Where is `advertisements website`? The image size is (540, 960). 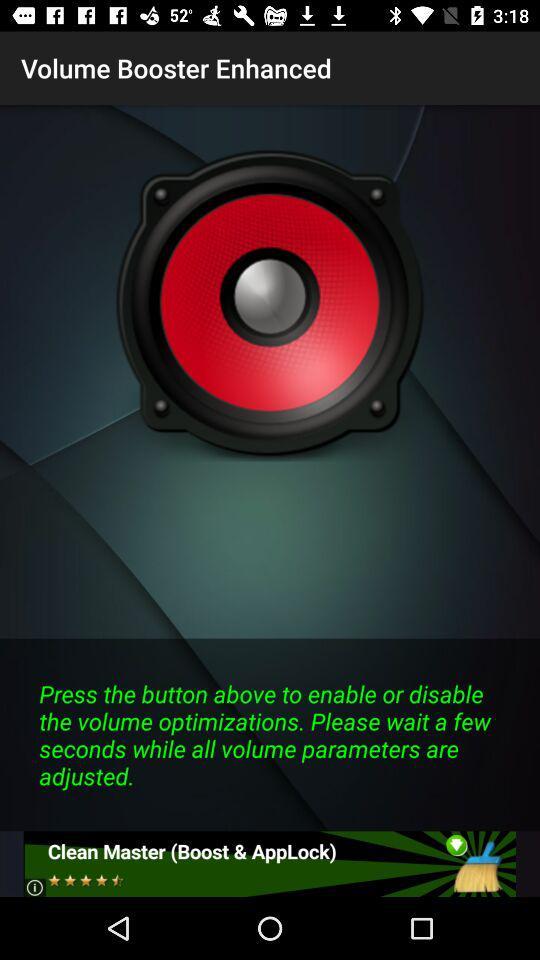 advertisements website is located at coordinates (269, 863).